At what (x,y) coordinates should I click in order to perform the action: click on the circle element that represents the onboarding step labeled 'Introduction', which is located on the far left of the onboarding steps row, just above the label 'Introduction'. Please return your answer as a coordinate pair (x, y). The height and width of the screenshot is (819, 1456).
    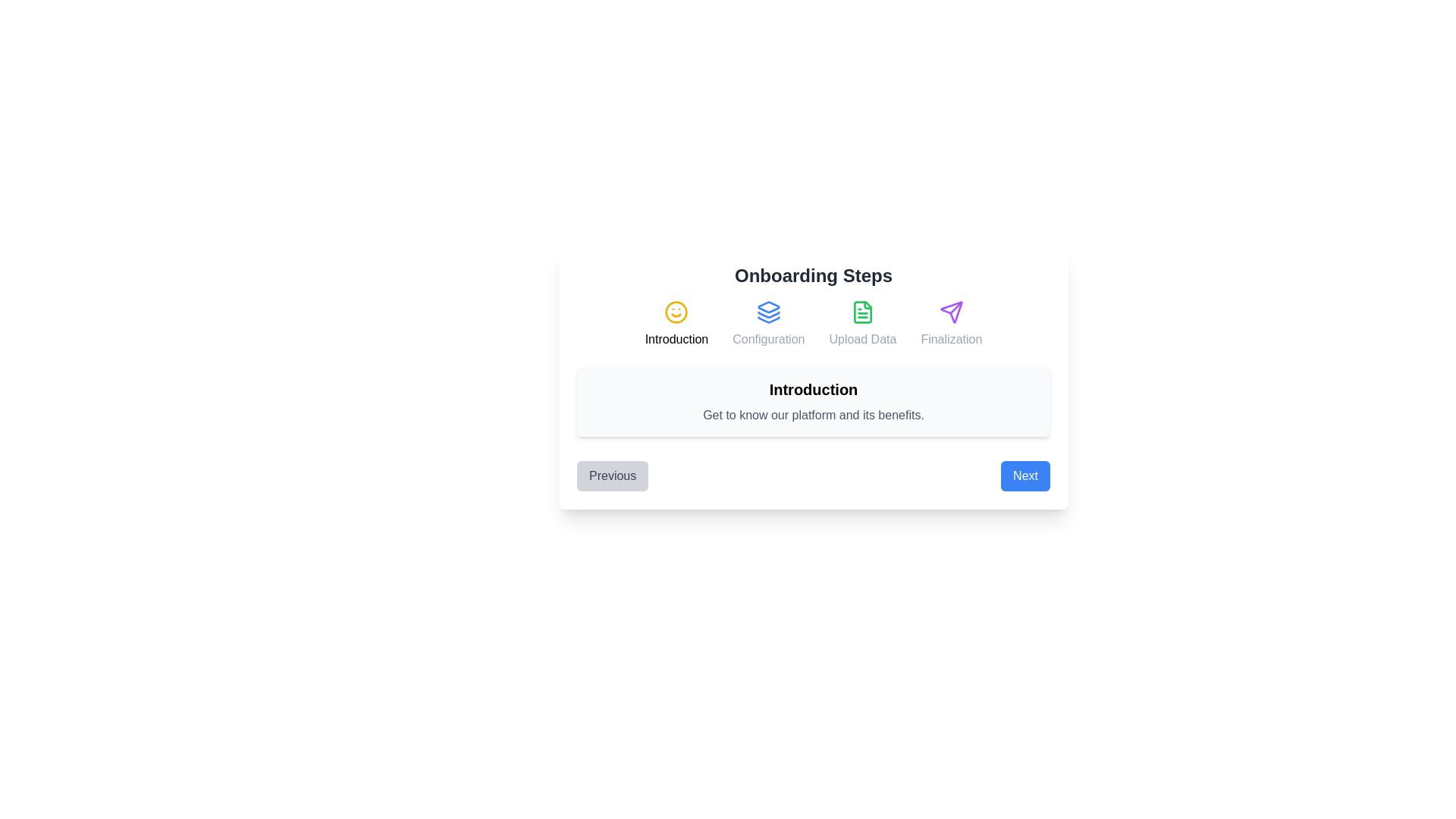
    Looking at the image, I should click on (676, 312).